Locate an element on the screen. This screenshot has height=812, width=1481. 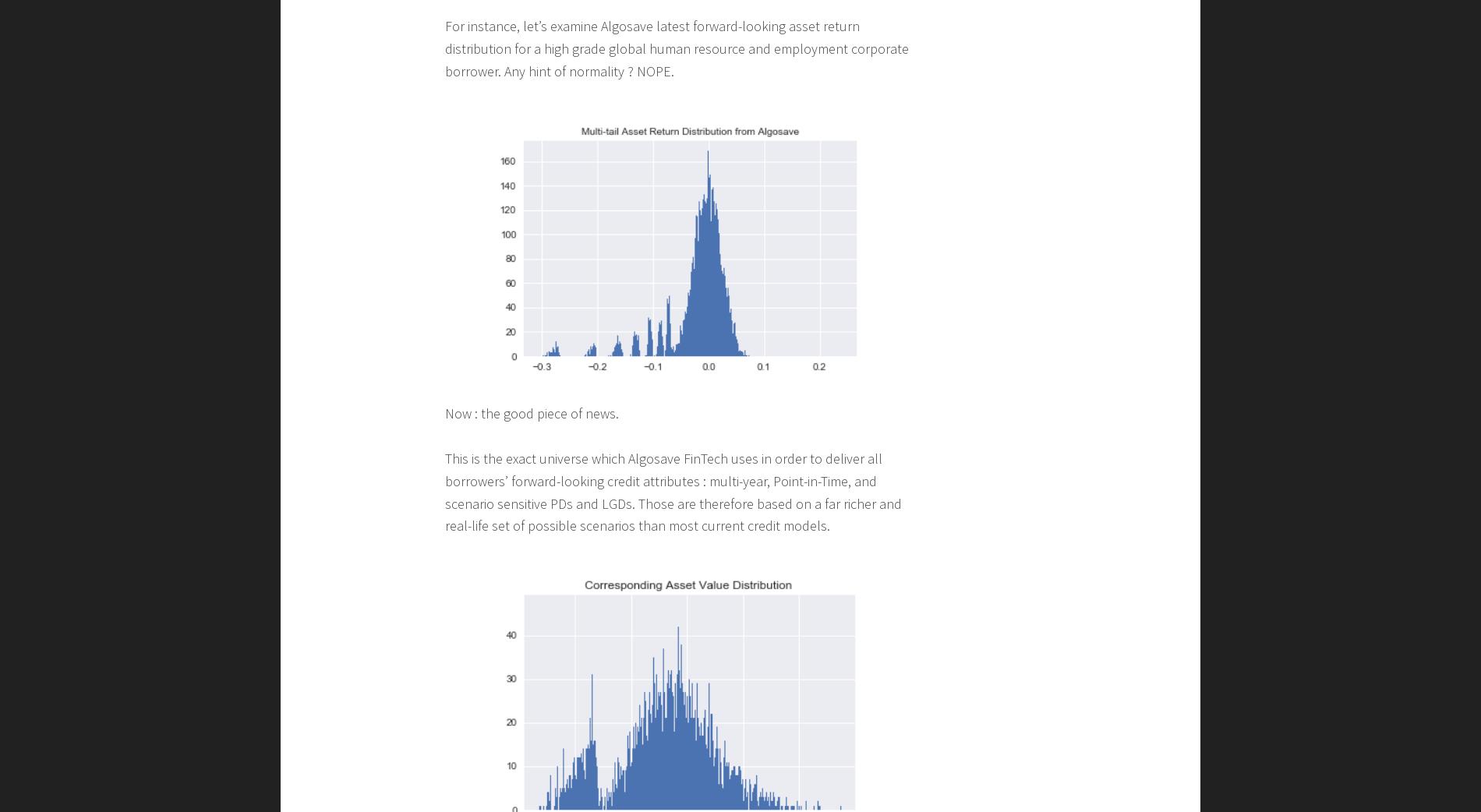
'David Botbol' is located at coordinates (387, 380).